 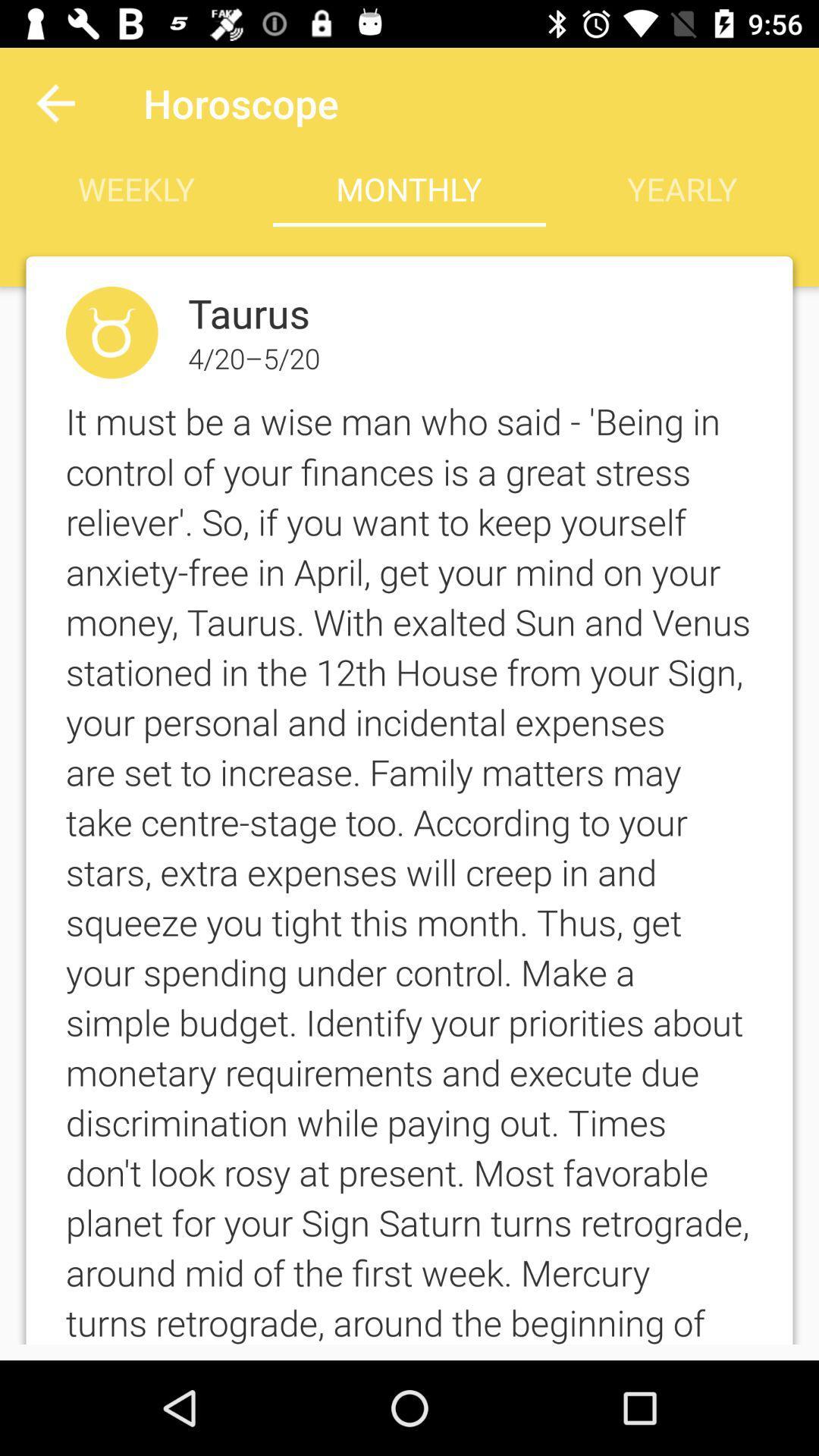 What do you see at coordinates (55, 102) in the screenshot?
I see `the icon next to the horoscope item` at bounding box center [55, 102].